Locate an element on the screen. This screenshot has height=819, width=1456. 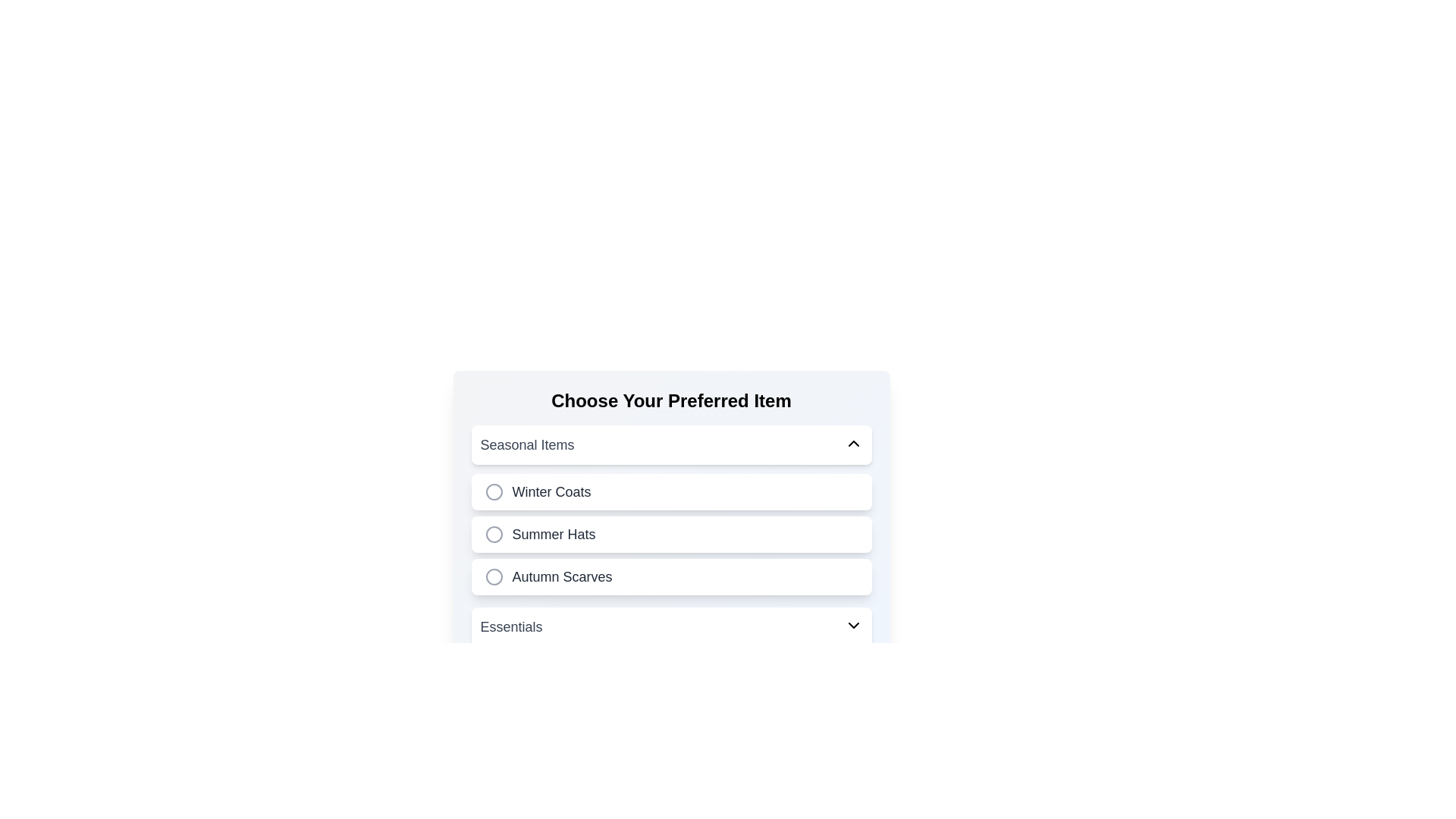
the radio button for the option 'Autumn Scarves' is located at coordinates (494, 576).